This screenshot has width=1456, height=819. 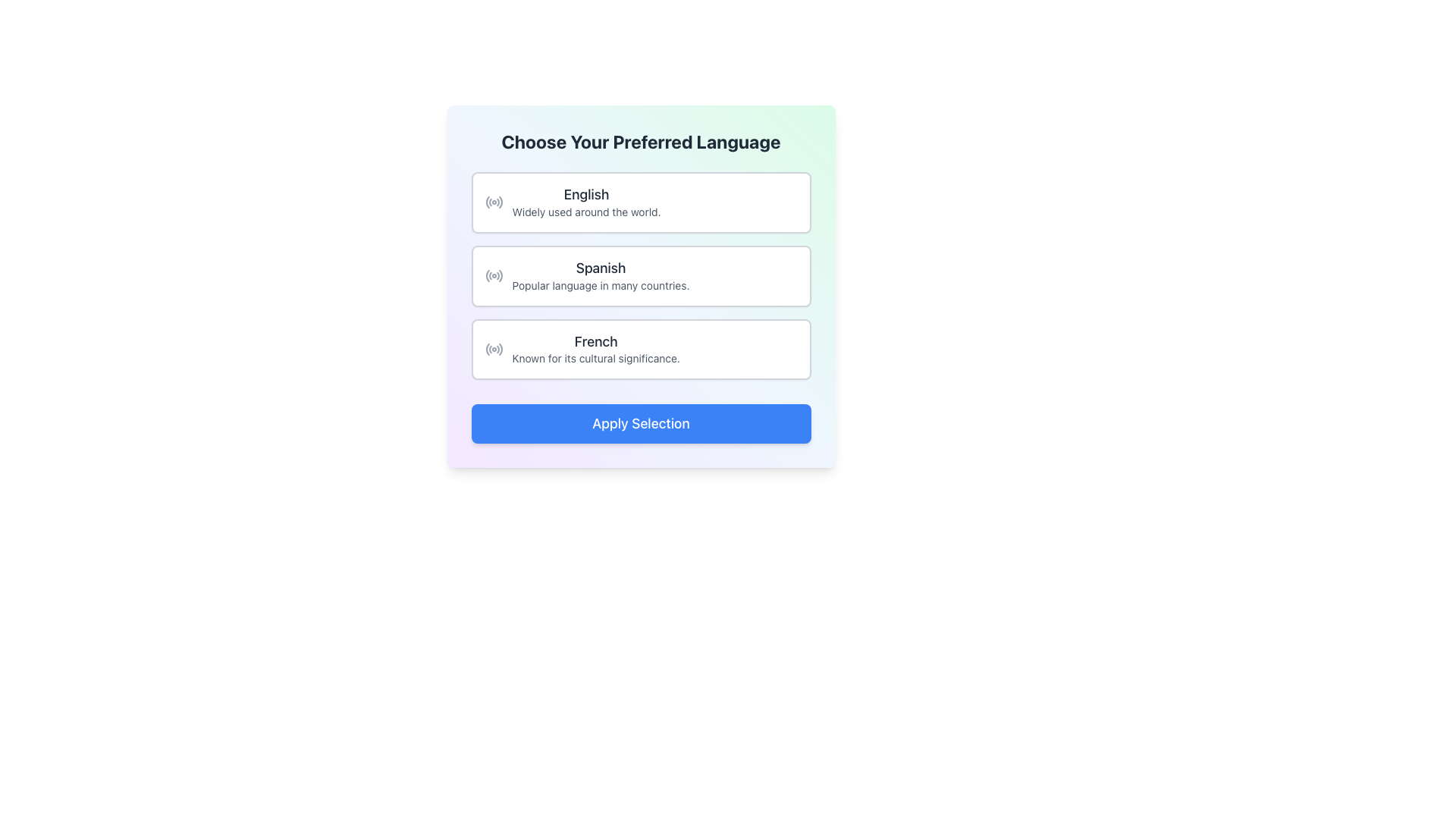 What do you see at coordinates (641, 349) in the screenshot?
I see `the interactive card labeled 'French'` at bounding box center [641, 349].